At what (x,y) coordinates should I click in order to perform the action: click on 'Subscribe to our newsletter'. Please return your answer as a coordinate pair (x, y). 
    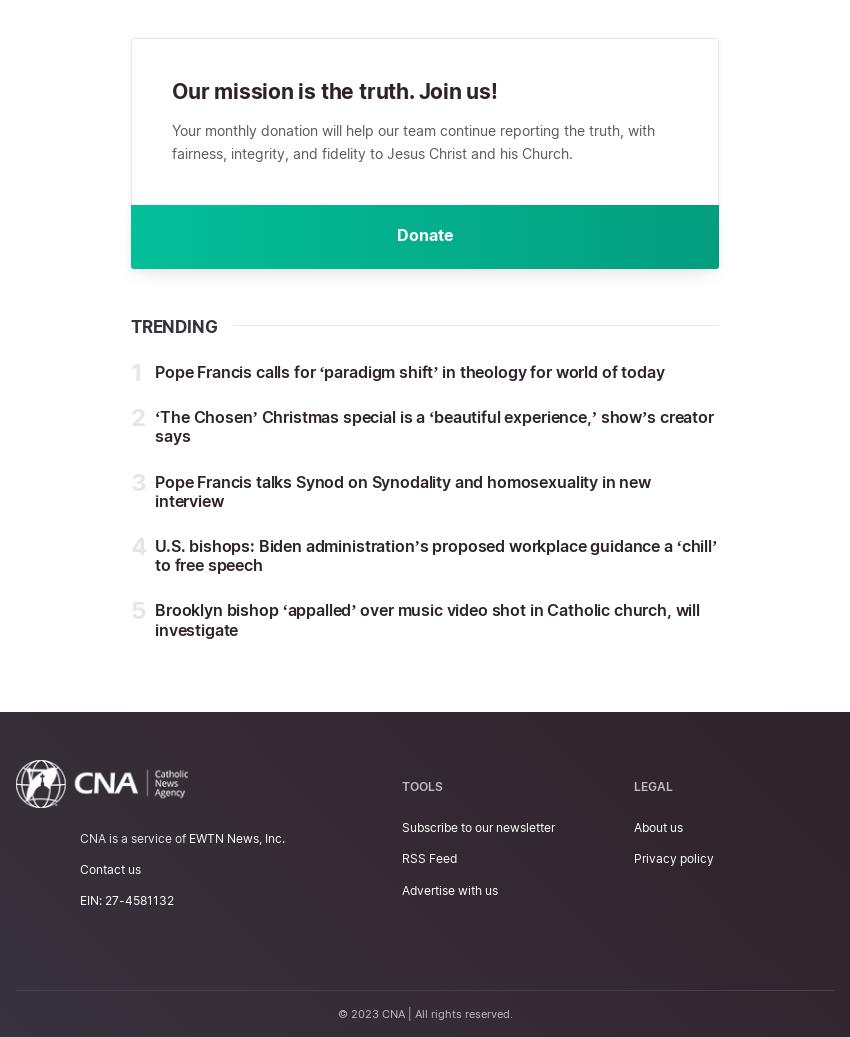
    Looking at the image, I should click on (478, 827).